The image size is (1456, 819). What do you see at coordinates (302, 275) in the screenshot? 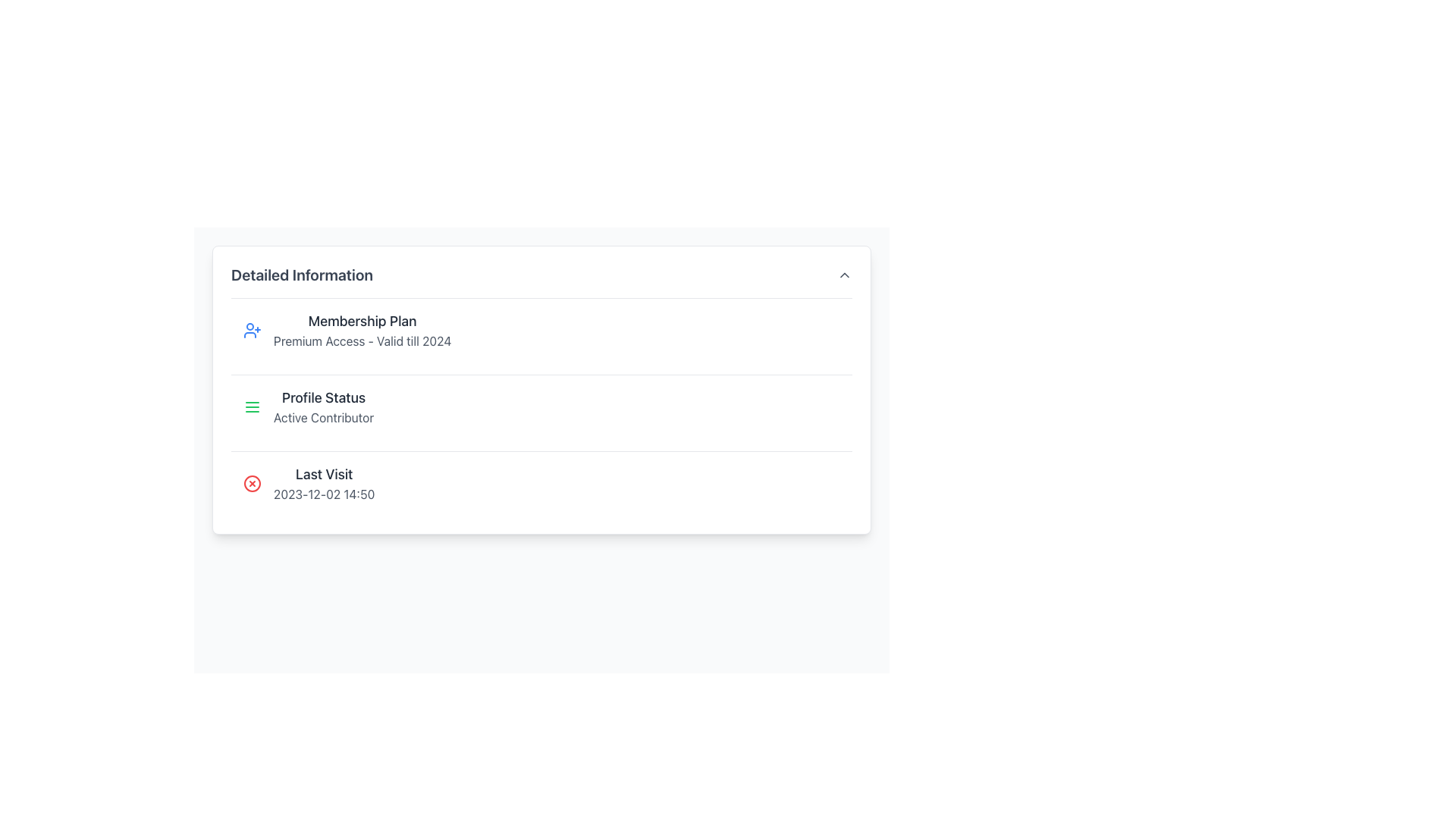
I see `the 'Detailed Information' text label at the top of the card section, which is styled in a large, bold font and is dark gray in color` at bounding box center [302, 275].